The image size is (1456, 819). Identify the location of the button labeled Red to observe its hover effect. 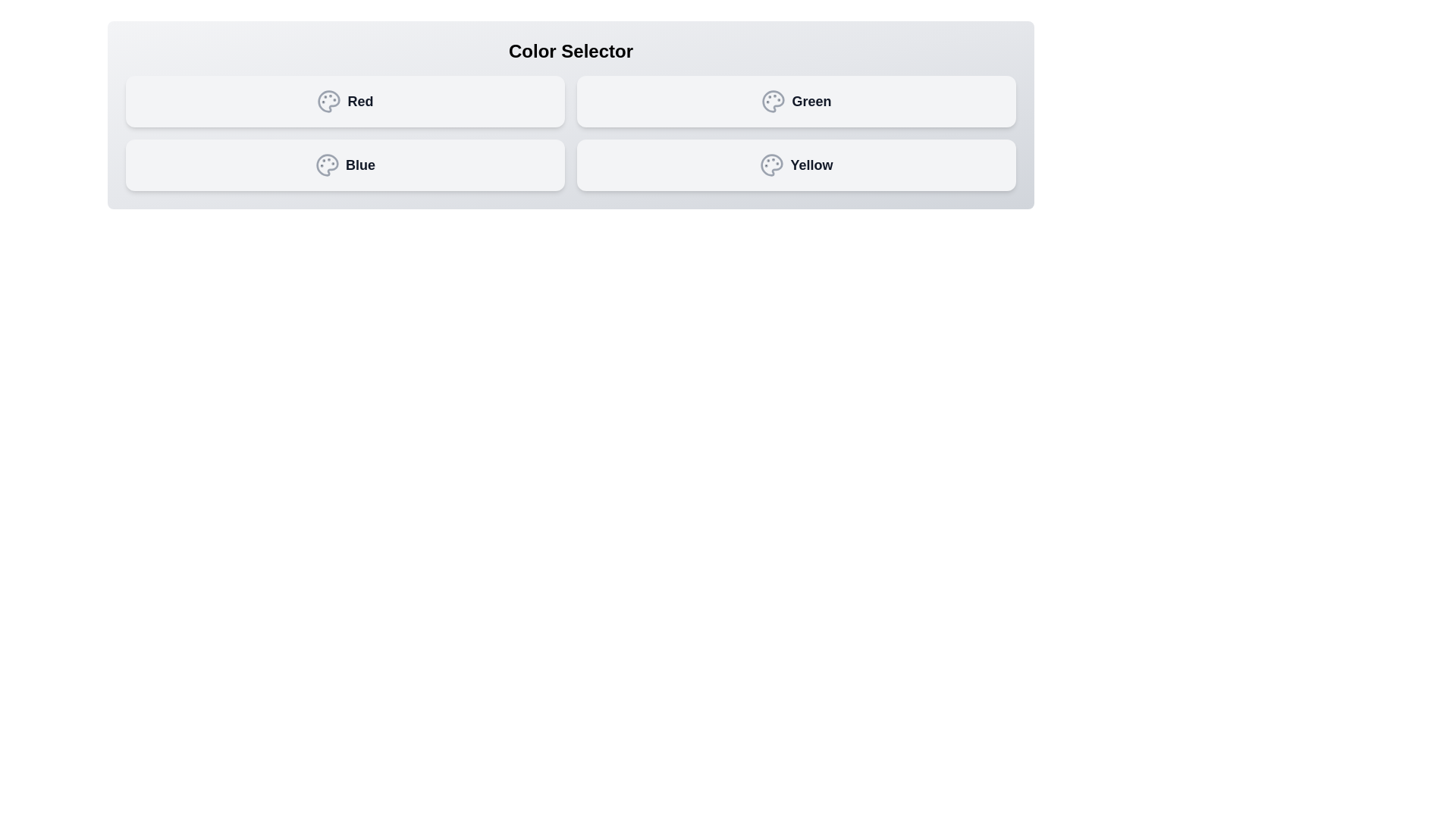
(344, 102).